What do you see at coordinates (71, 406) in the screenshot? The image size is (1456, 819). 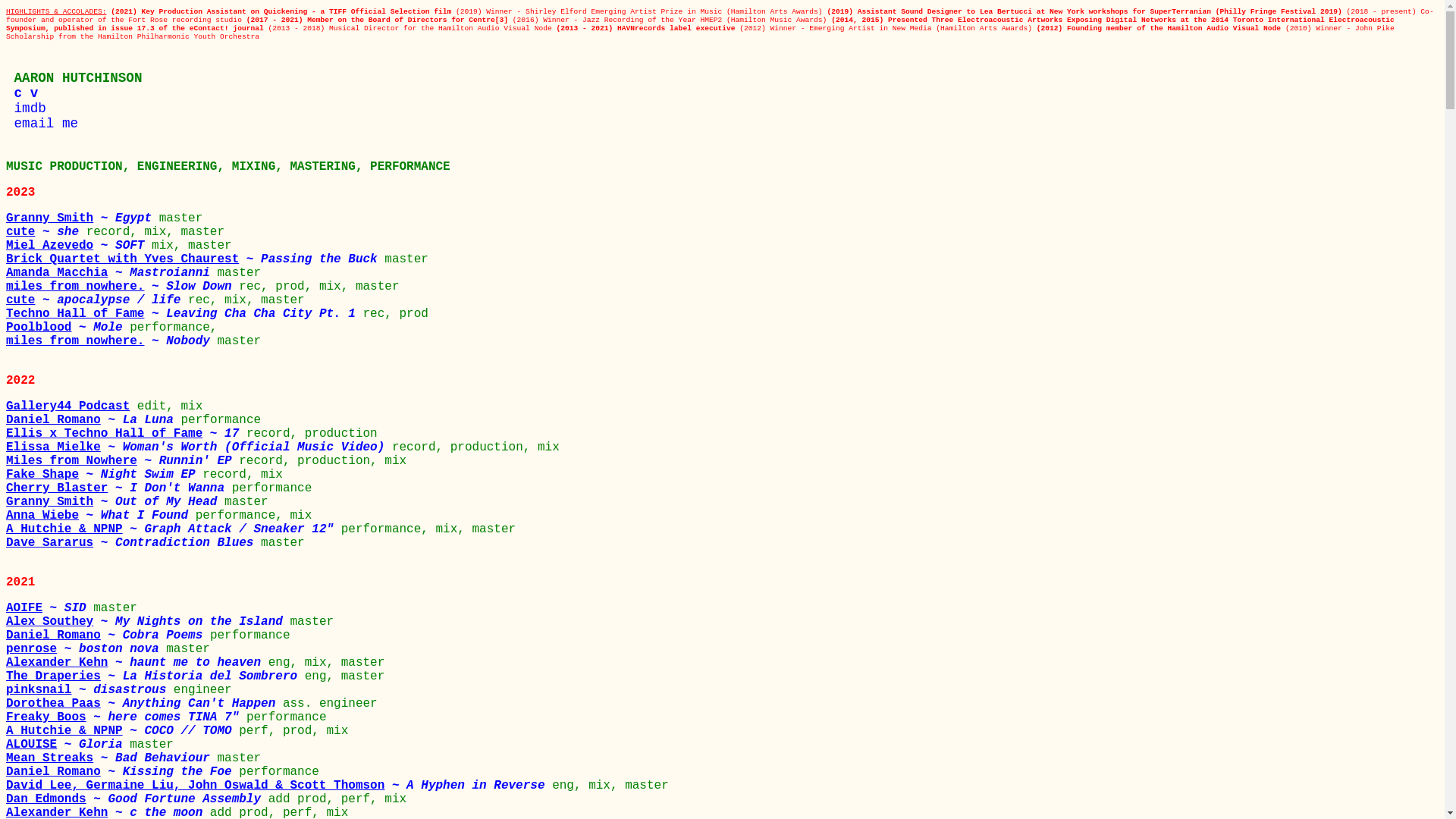 I see `'Gallery44 Podcast'` at bounding box center [71, 406].